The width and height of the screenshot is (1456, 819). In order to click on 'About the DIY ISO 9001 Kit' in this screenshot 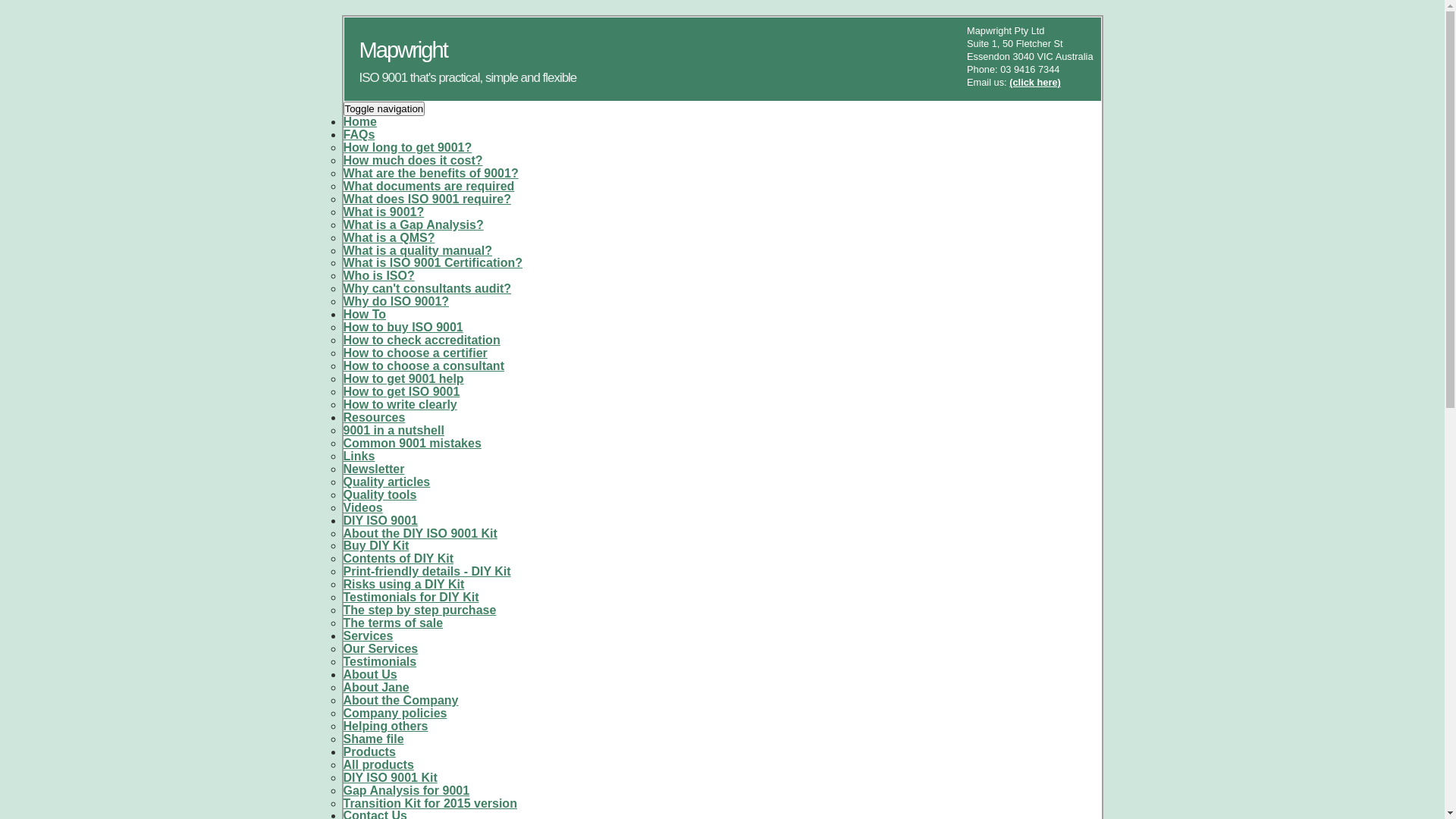, I will do `click(341, 532)`.